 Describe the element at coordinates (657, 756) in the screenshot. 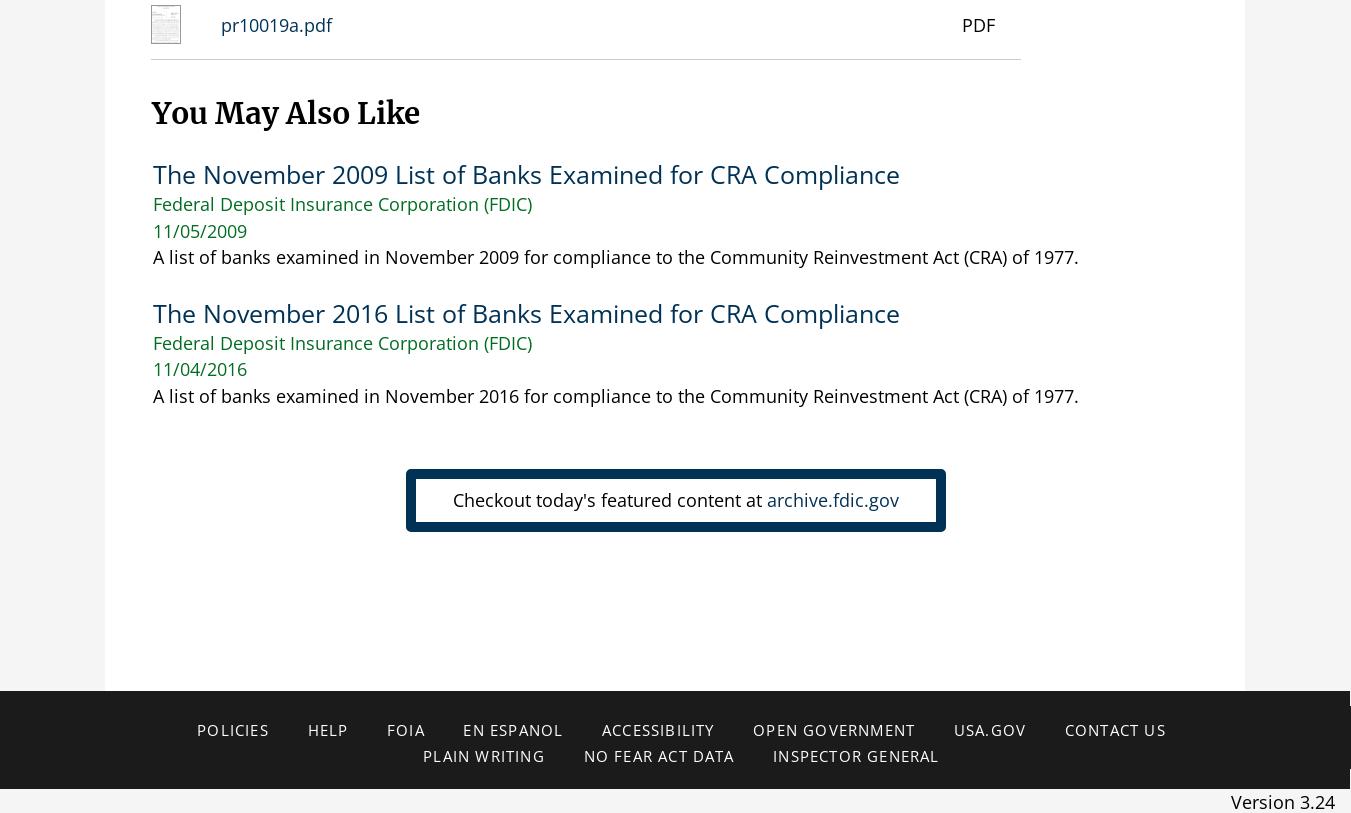

I see `'NO FEAR ACT DATA'` at that location.